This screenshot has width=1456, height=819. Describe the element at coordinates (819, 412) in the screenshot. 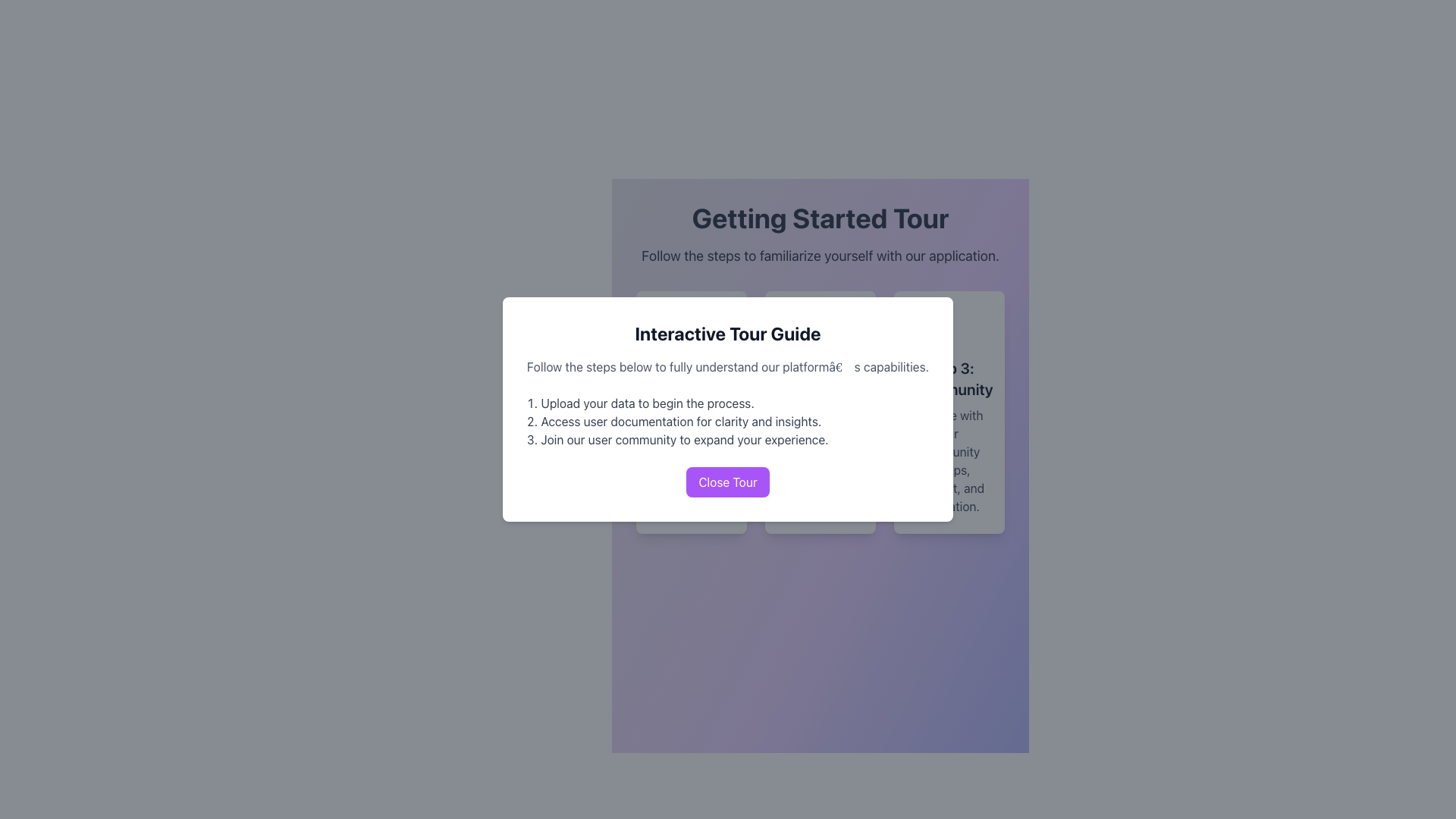

I see `the Information Card with the title 'Step 2: Documentation', which is the second card in a grid layout of three cards` at that location.